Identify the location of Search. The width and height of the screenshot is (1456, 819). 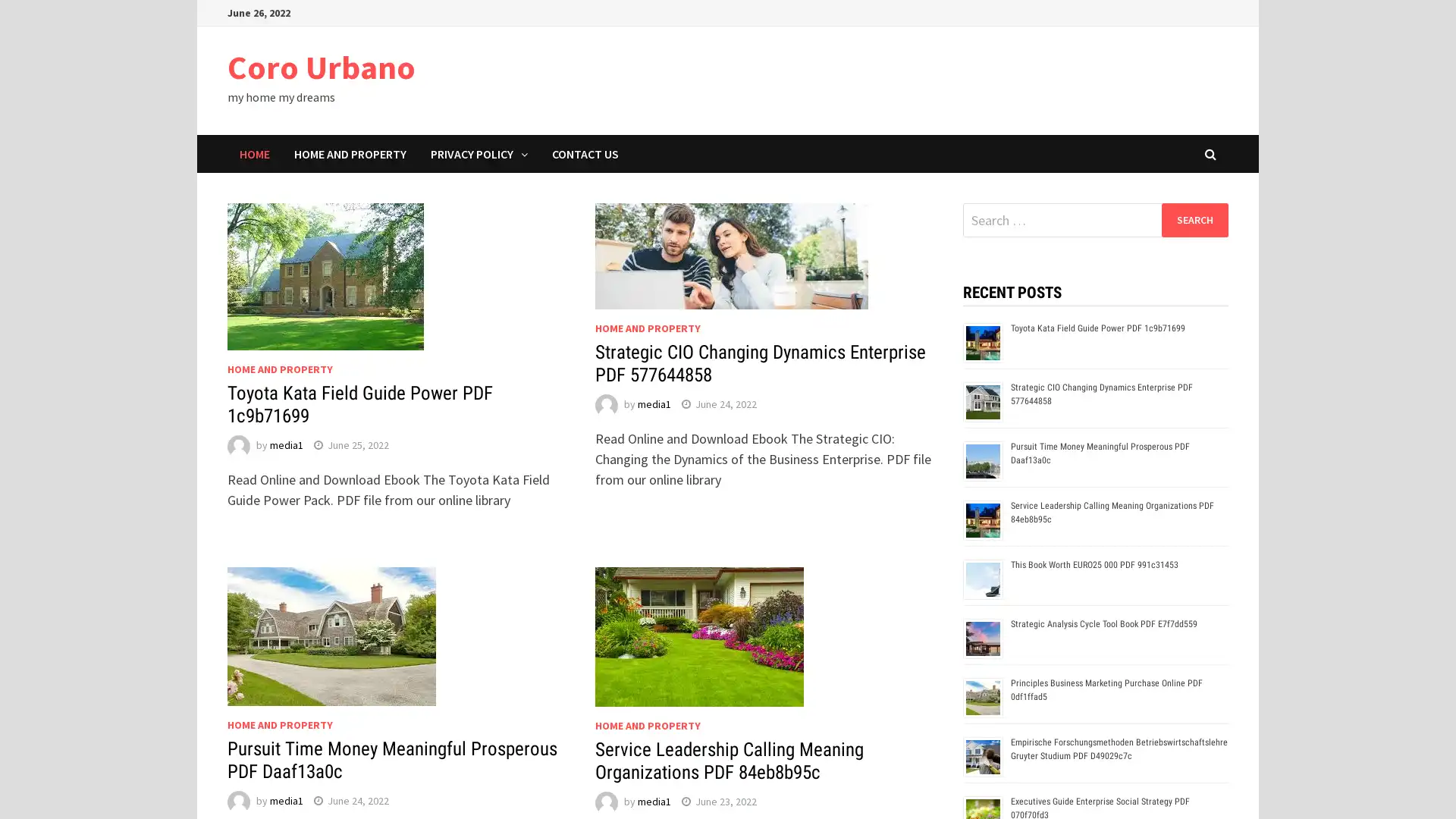
(1194, 219).